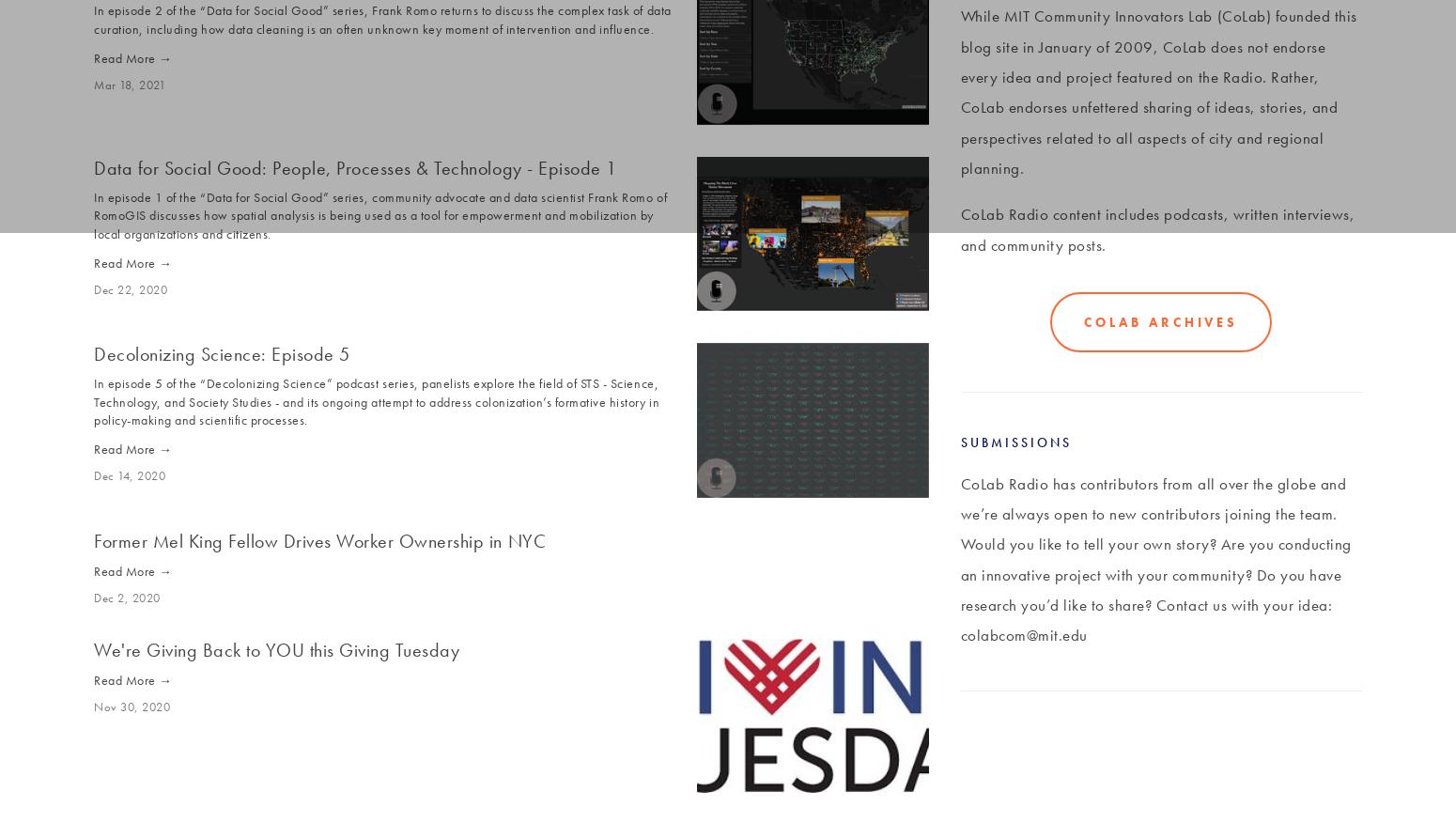 This screenshot has width=1456, height=823. Describe the element at coordinates (1015, 440) in the screenshot. I see `'Submissions'` at that location.